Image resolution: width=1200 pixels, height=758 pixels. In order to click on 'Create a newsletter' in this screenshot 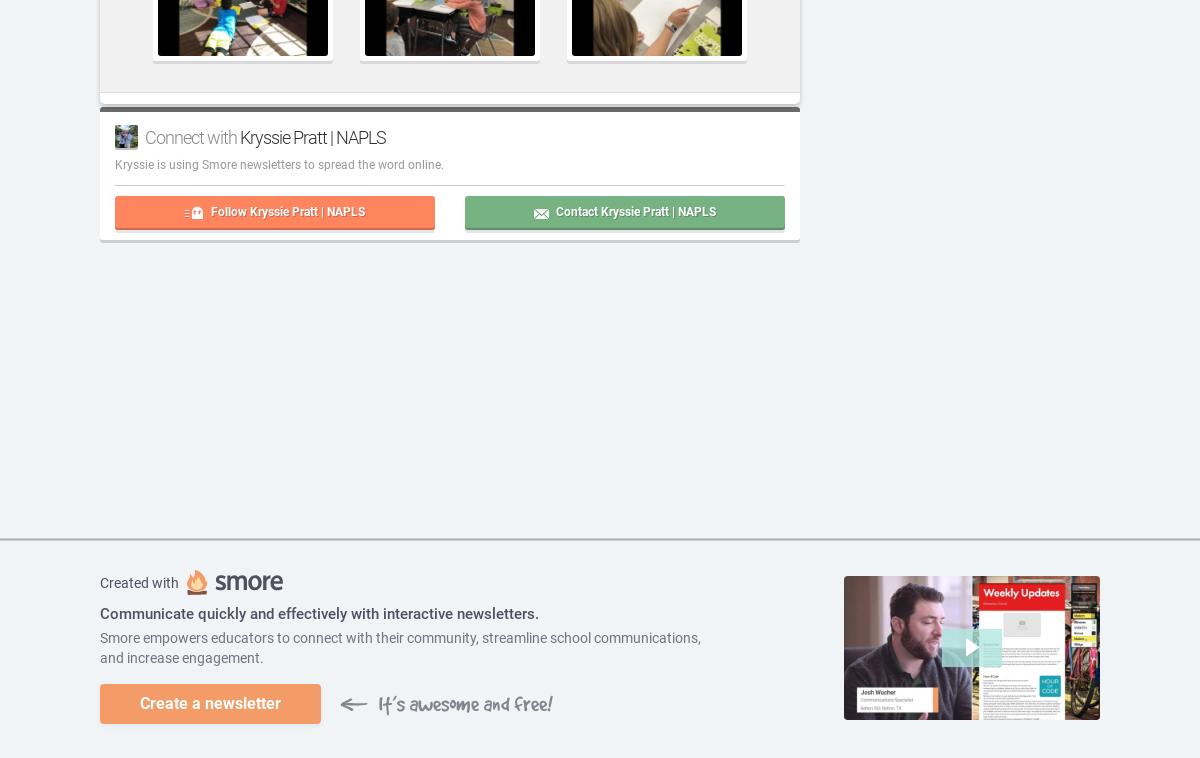, I will do `click(209, 702)`.